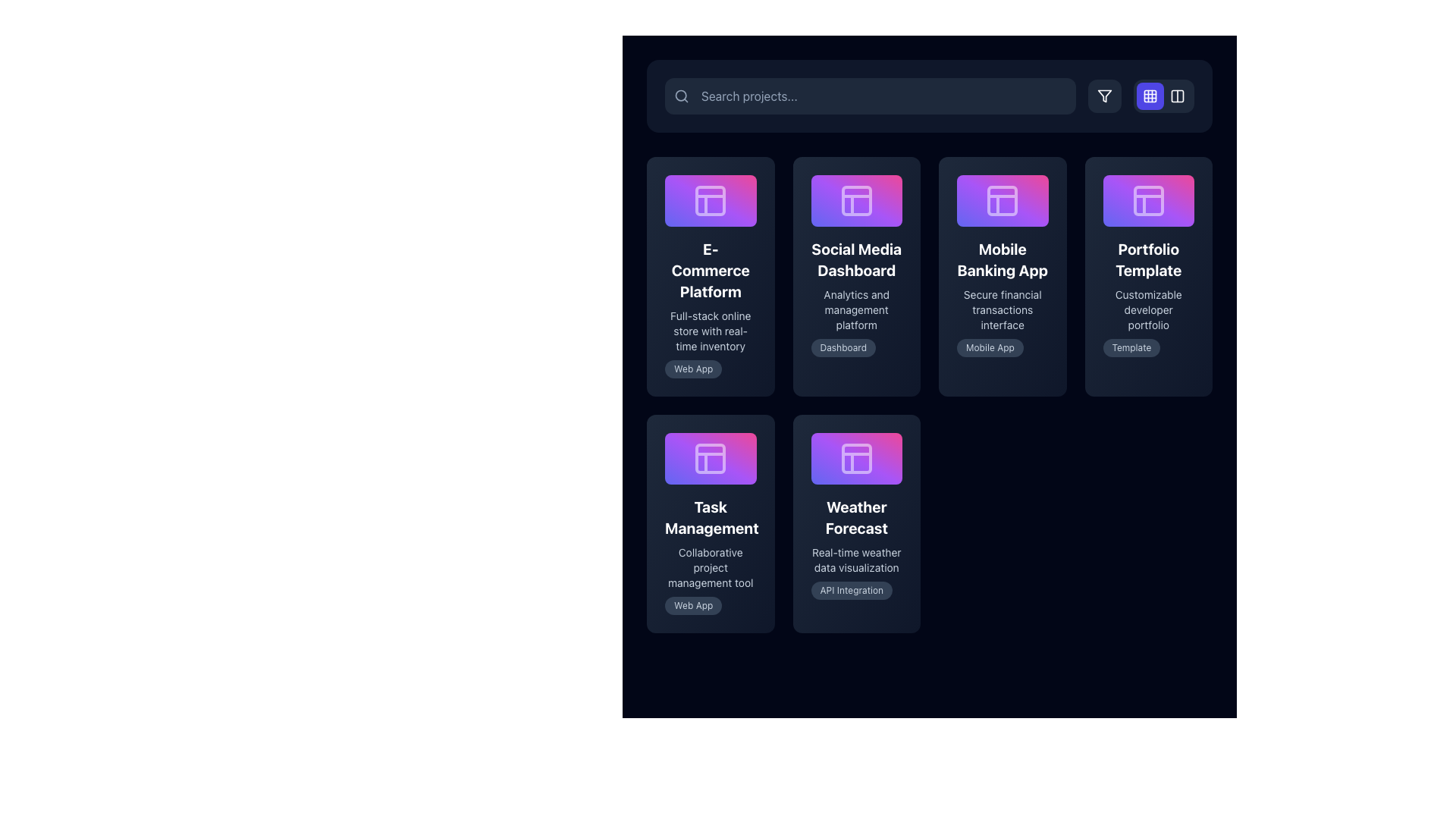  What do you see at coordinates (1148, 297) in the screenshot?
I see `the textual component displaying the title 'Portfolio Template', subtitle 'Customizable developer portfolio', and the grey tag labeled 'Template'` at bounding box center [1148, 297].